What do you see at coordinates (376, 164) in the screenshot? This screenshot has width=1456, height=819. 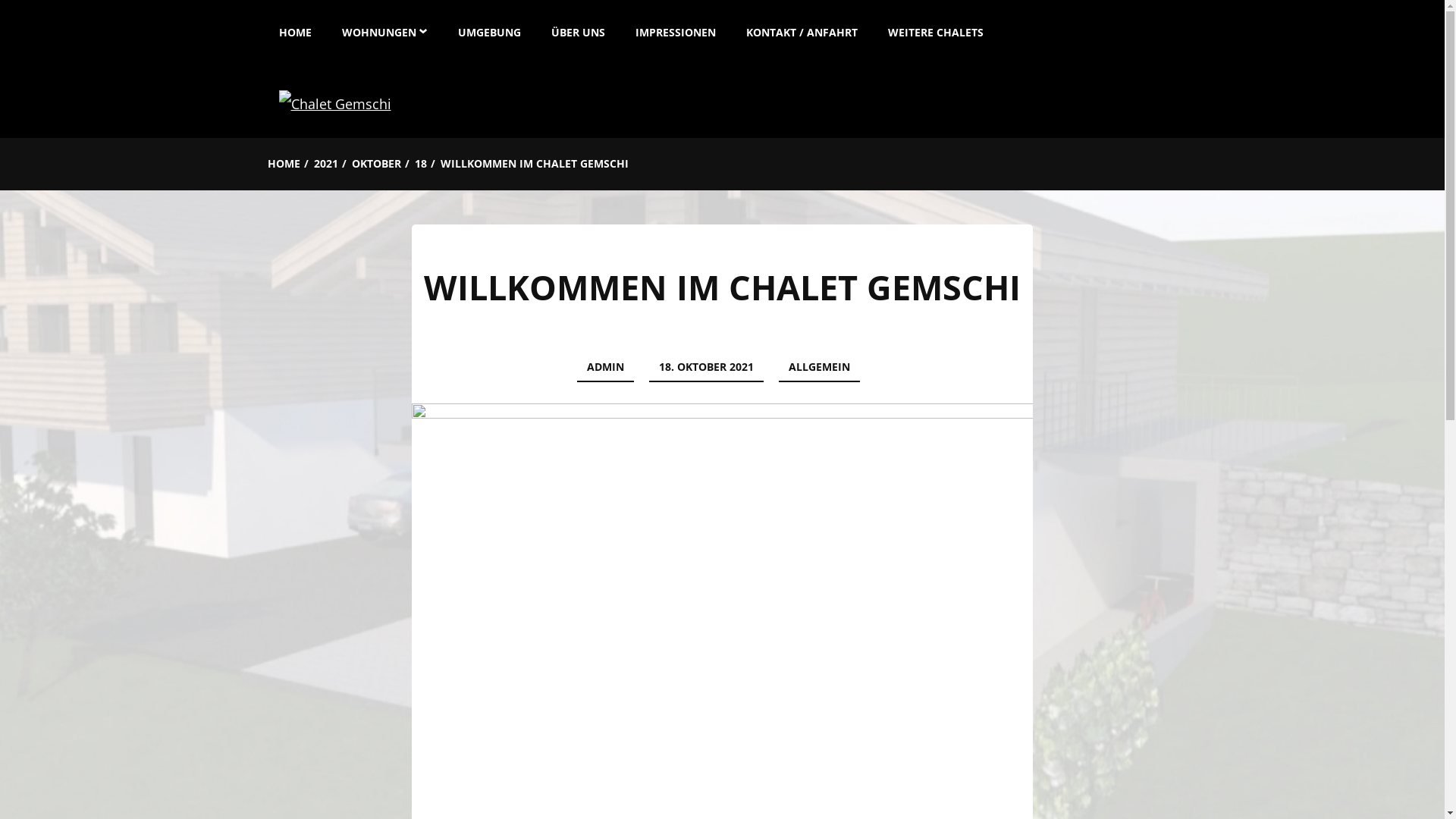 I see `'OKTOBER'` at bounding box center [376, 164].